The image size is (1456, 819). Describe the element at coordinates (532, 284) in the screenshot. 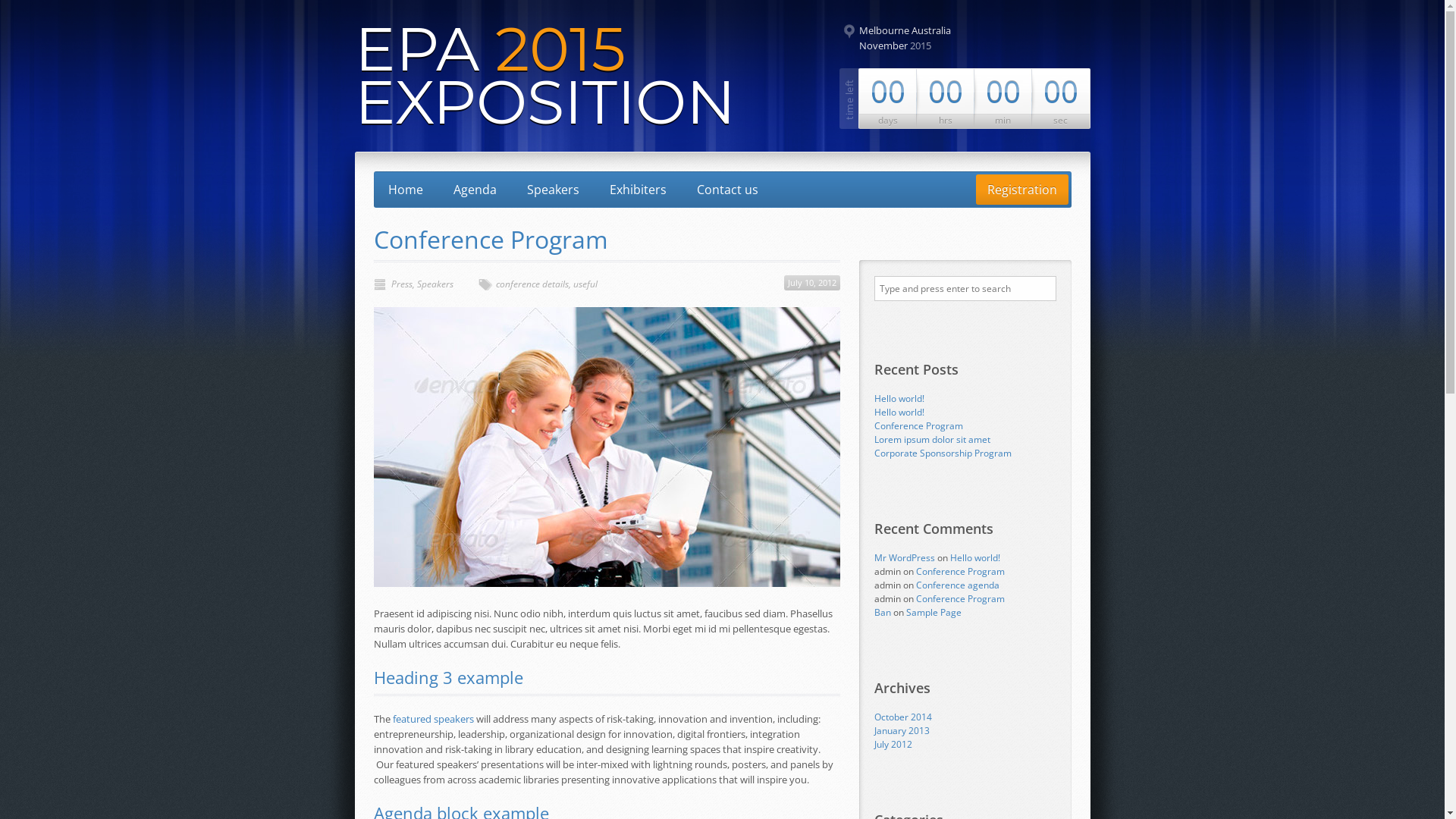

I see `'conference details'` at that location.